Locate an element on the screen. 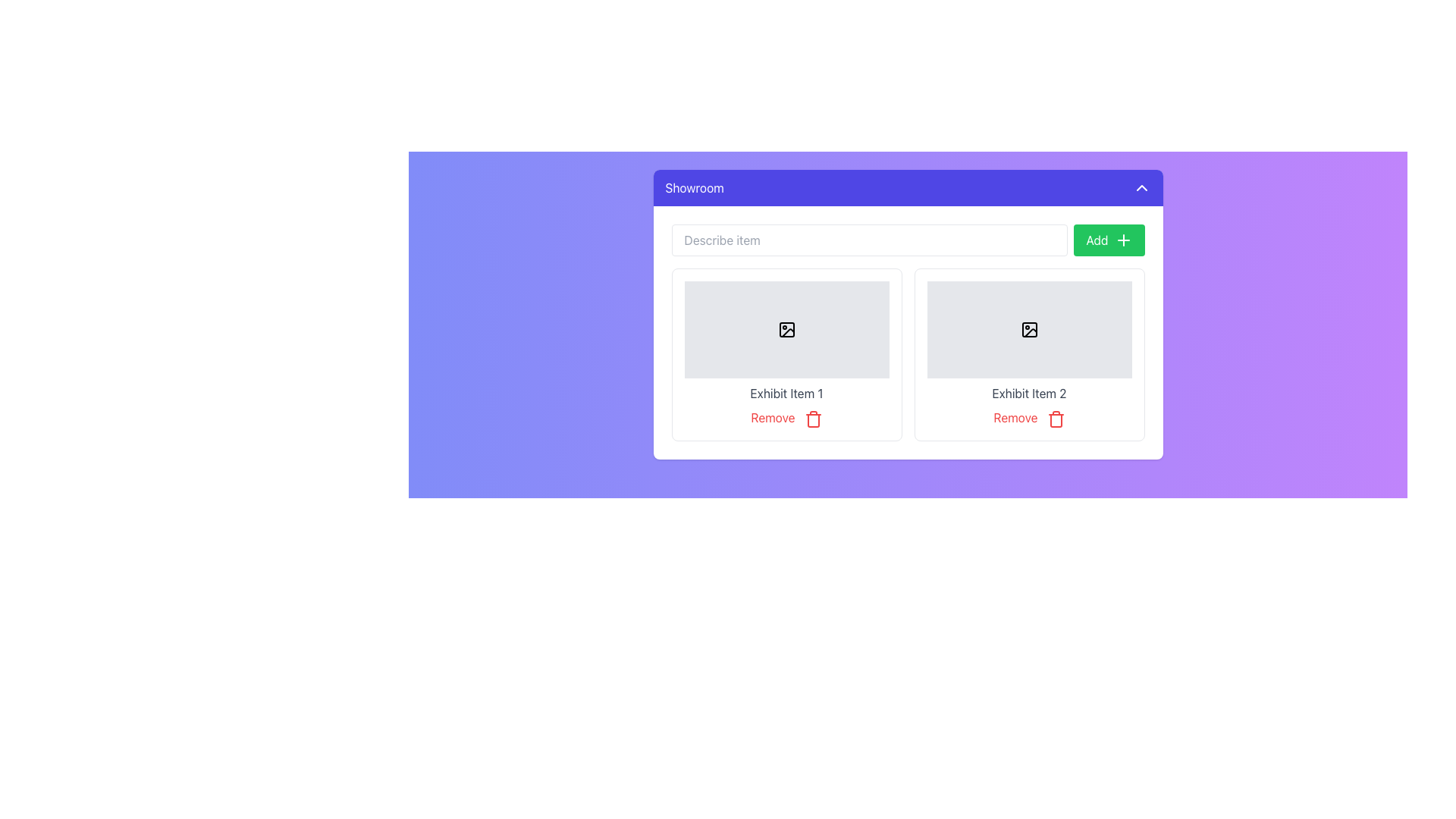 The height and width of the screenshot is (819, 1456). the static text label that reads 'Exhibit Item 1', which is styled in gray text and located below the image placeholder in the left card, within the 'Showroom' section, above the 'Remove' button is located at coordinates (786, 393).